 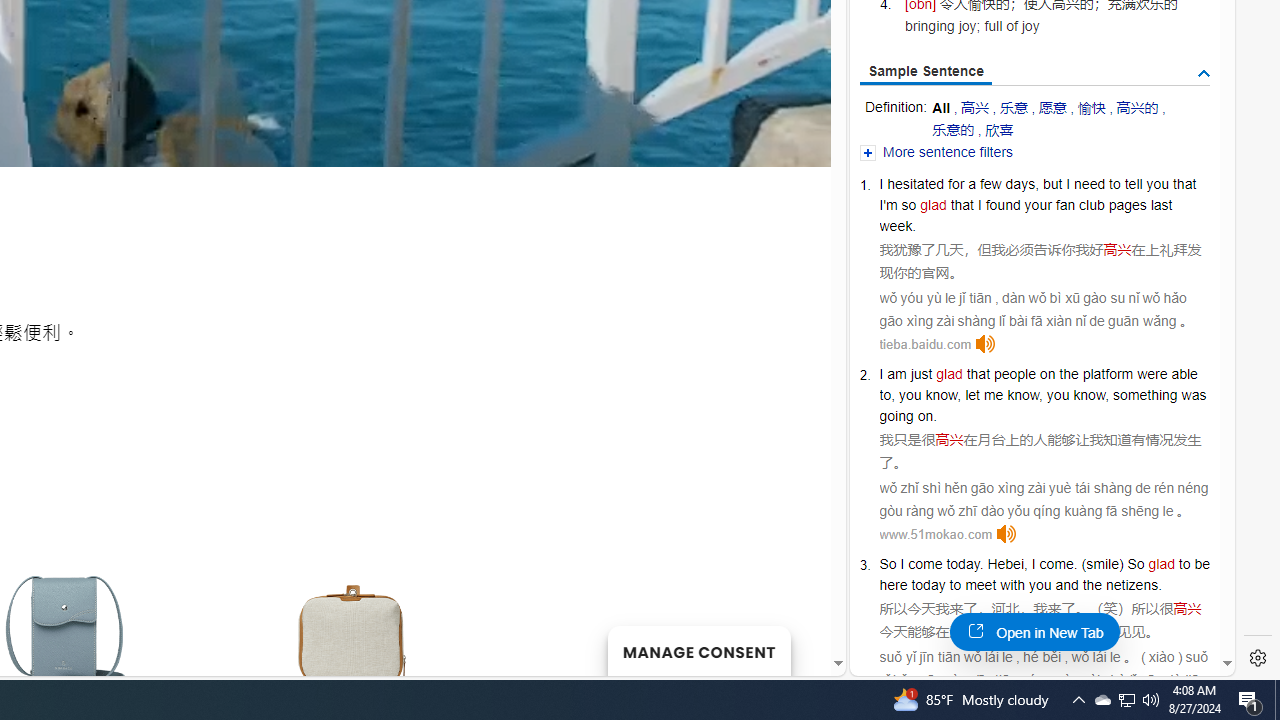 What do you see at coordinates (1083, 563) in the screenshot?
I see `'('` at bounding box center [1083, 563].